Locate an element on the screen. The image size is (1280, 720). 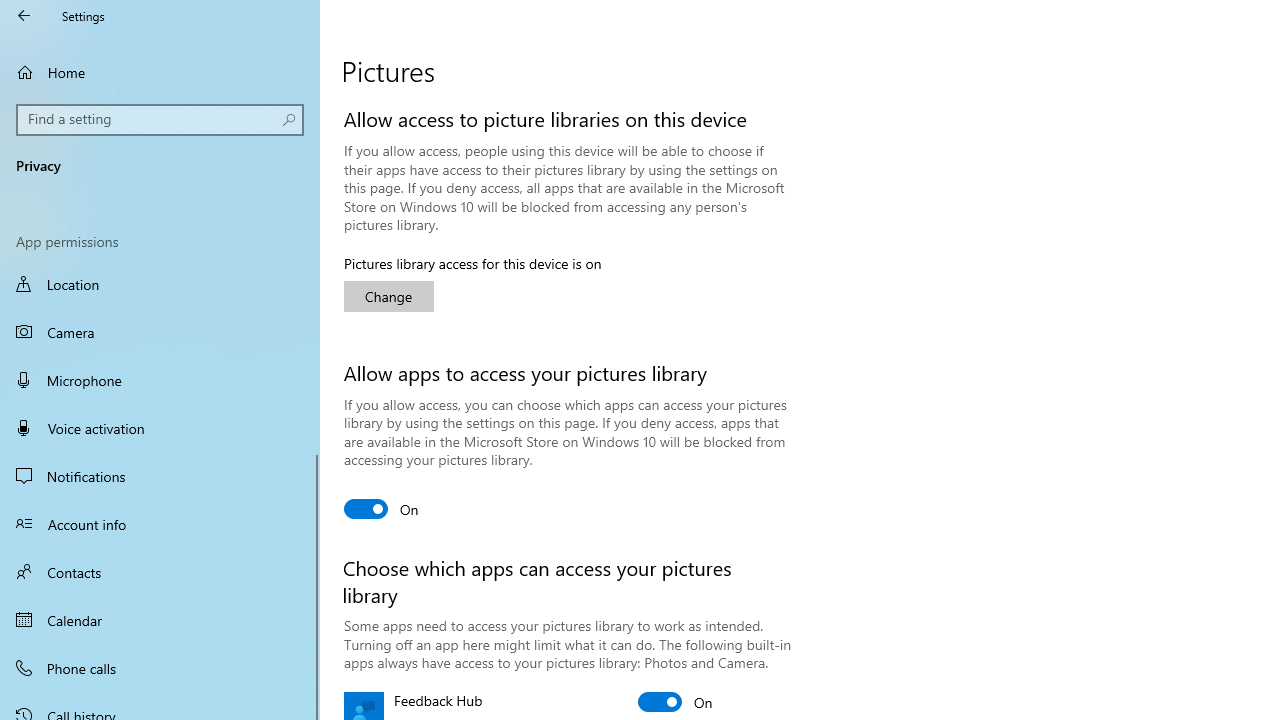
'Search box, Find a setting' is located at coordinates (160, 119).